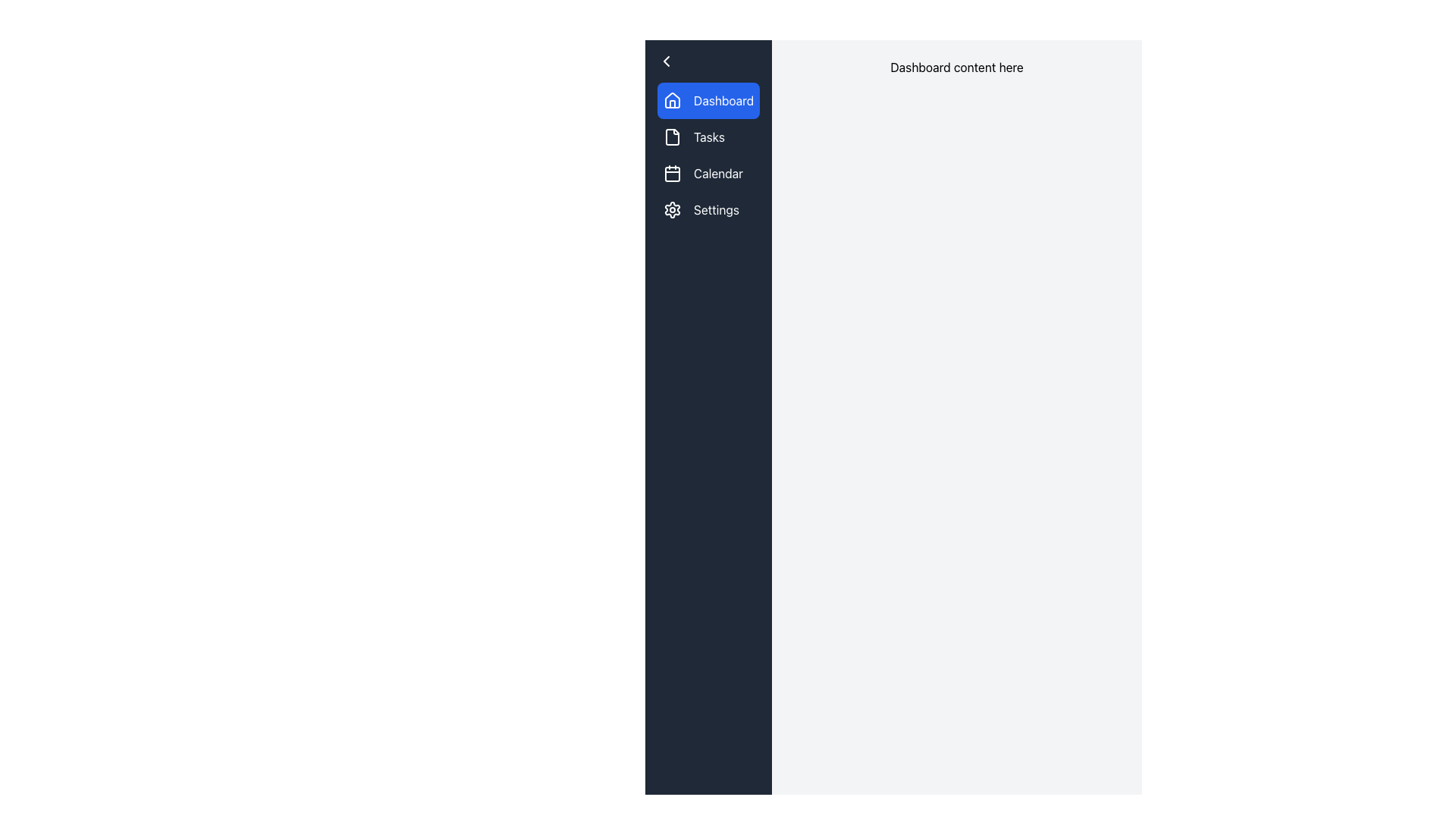 The height and width of the screenshot is (819, 1456). I want to click on the 'Tasks' button in the vertical navigation menu, so click(708, 137).